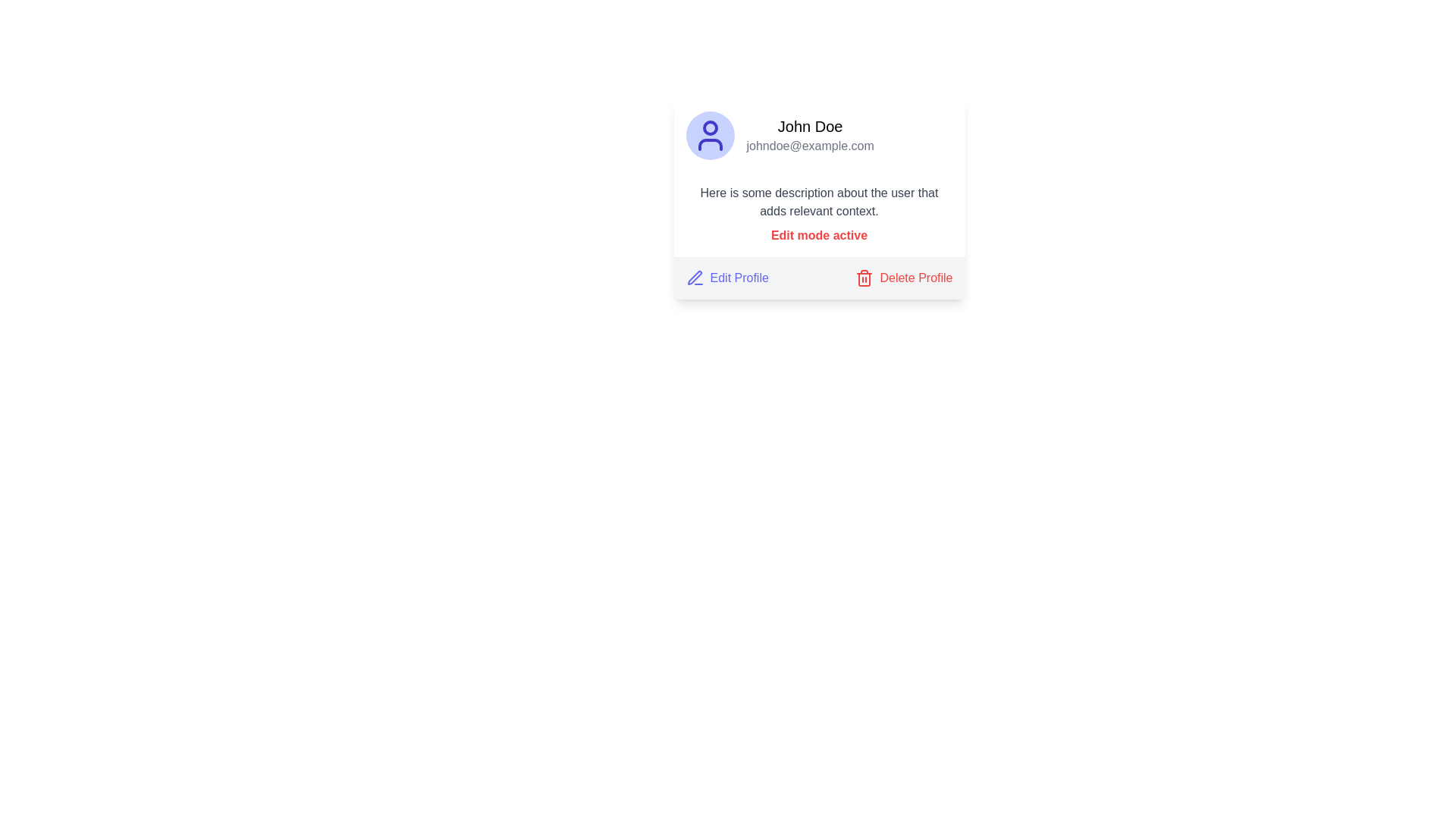  Describe the element at coordinates (809, 134) in the screenshot. I see `the Text display block that shows the heading 'John Doe' and the subtitle 'johndoe@example.com', located in the top-right section of a card layout, to the right of a circular profile icon` at that location.